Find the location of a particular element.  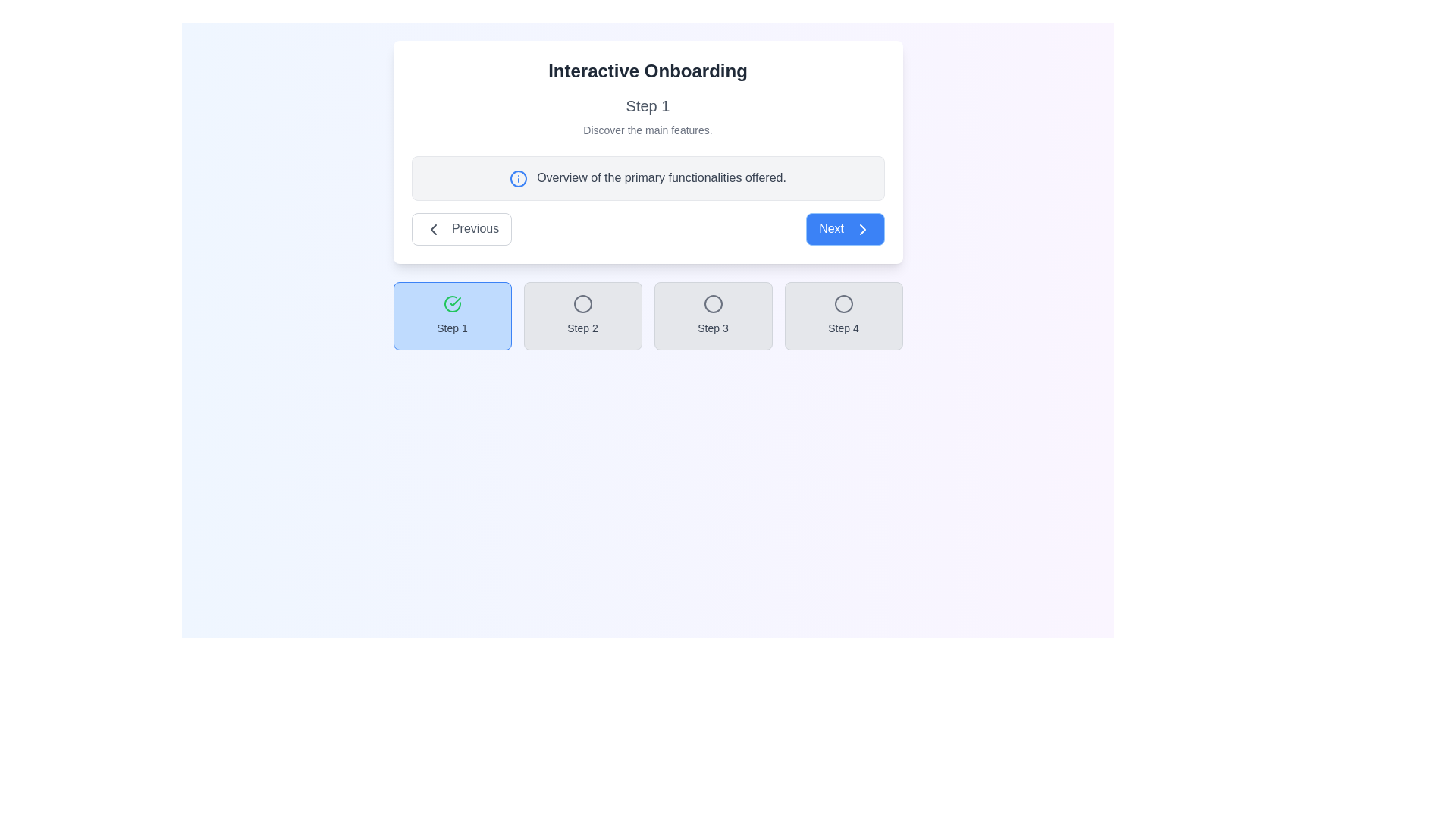

the third step indicator of the onboarding process is located at coordinates (712, 315).